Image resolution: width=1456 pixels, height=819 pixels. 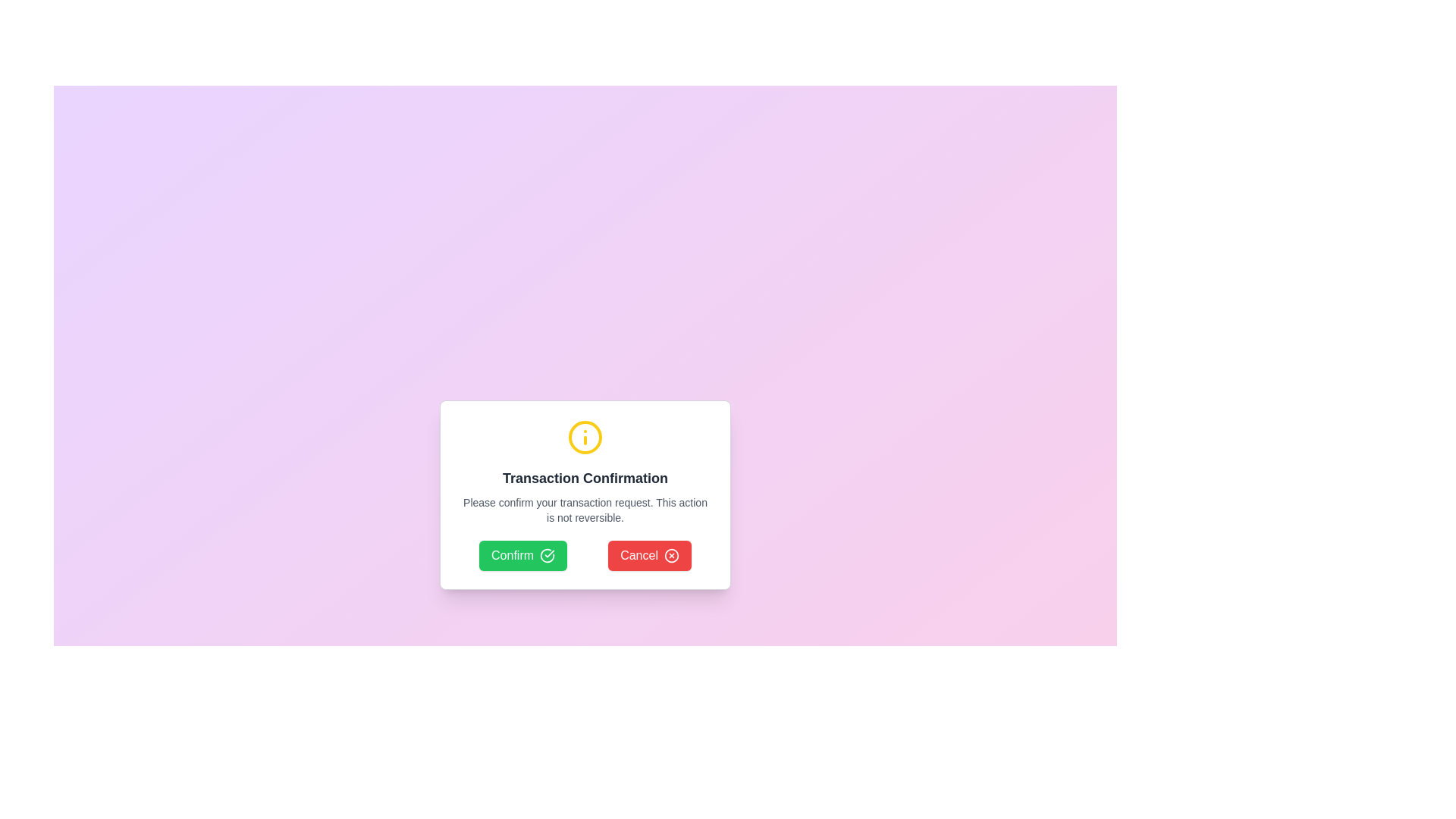 What do you see at coordinates (670, 555) in the screenshot?
I see `the cancellation icon located to the far-right side of the 'Cancel' button in the bottom-right portion of the transaction confirmation dialog` at bounding box center [670, 555].